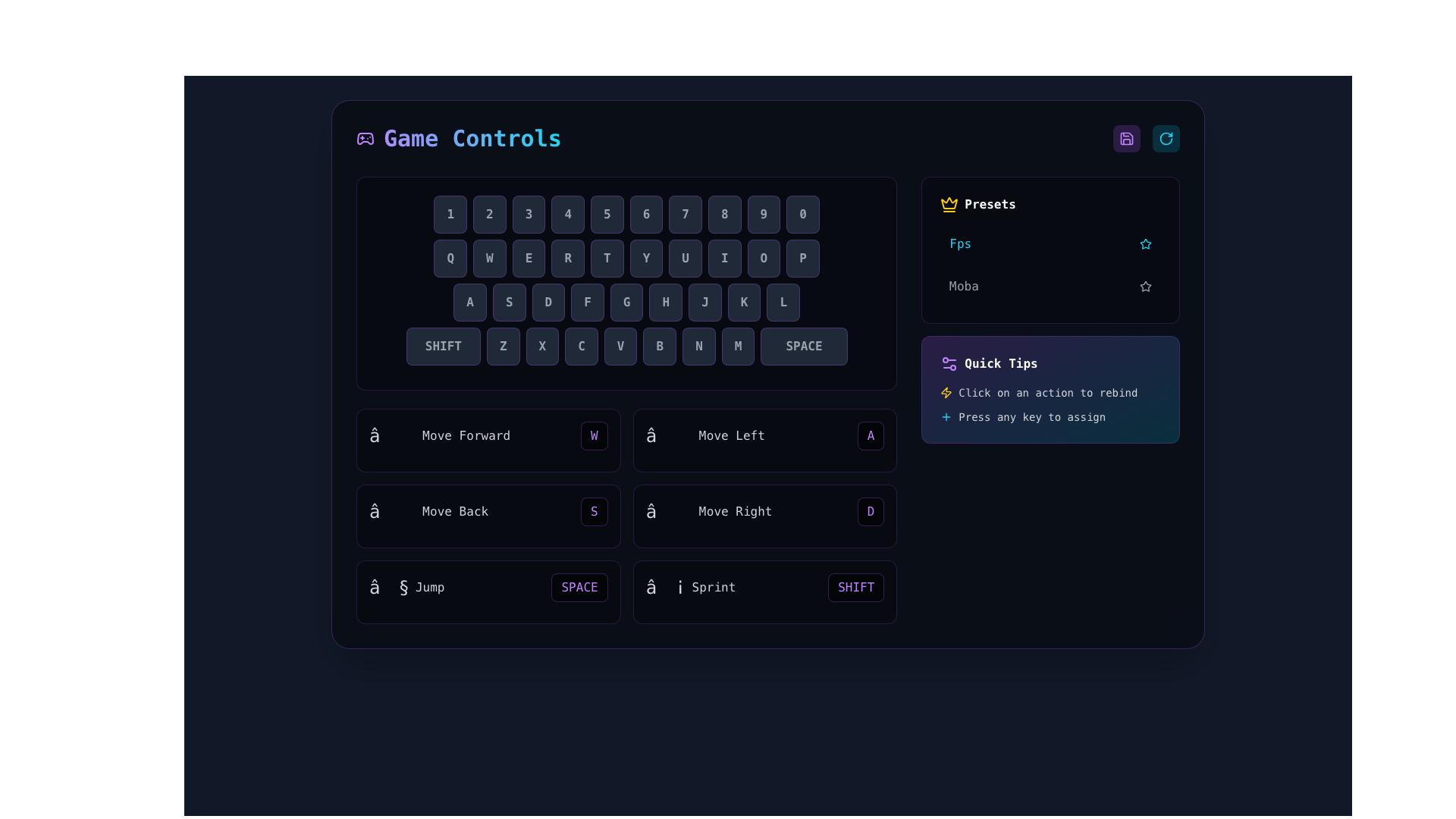  Describe the element at coordinates (1050, 391) in the screenshot. I see `instructional text located in the 'Quick Tips' section at the bottom right of the interface, specifically the first item with a yellow icon and descriptive text` at that location.